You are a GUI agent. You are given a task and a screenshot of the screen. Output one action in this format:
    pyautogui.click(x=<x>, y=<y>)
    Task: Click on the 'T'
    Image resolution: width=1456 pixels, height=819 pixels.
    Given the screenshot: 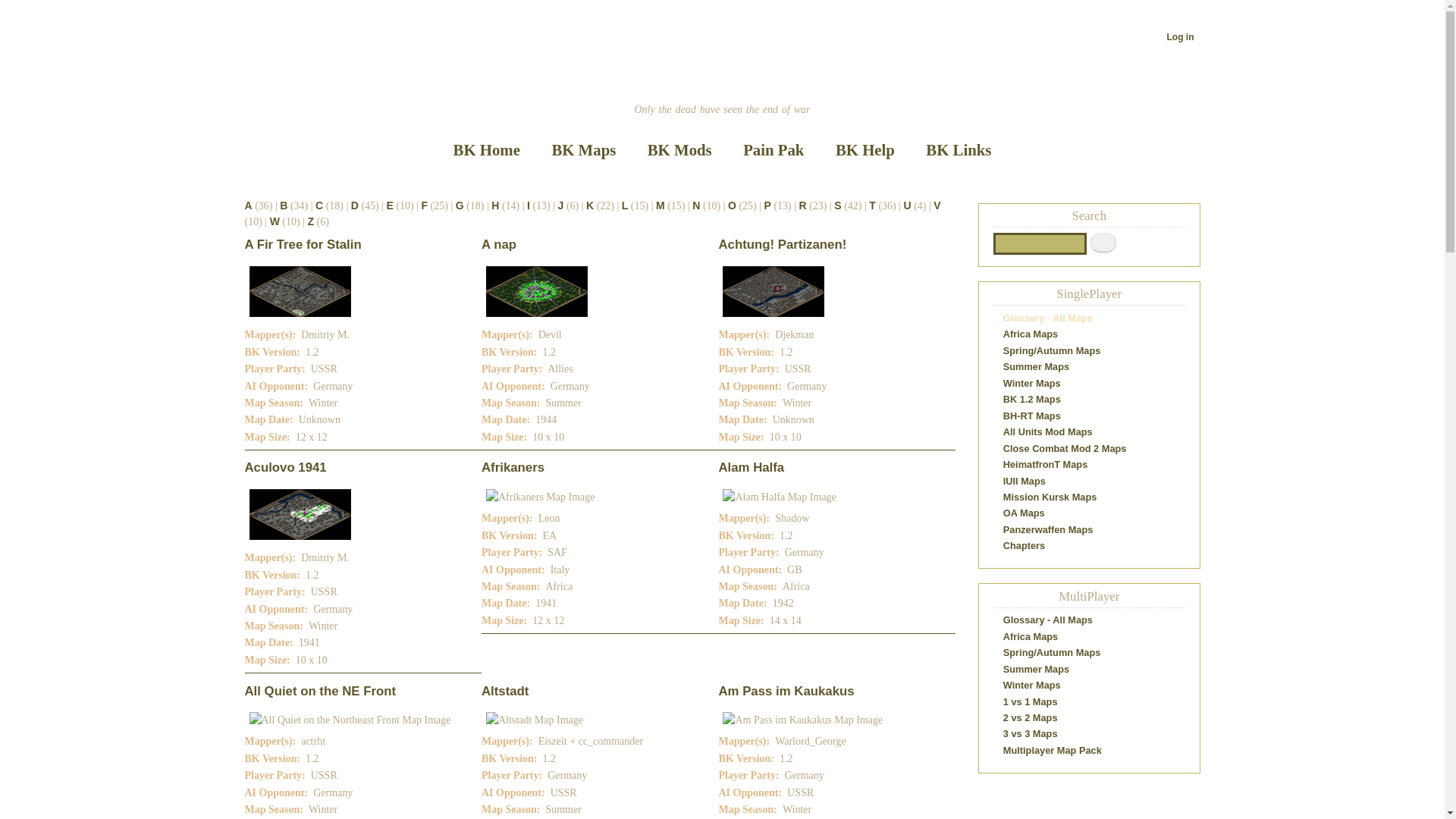 What is the action you would take?
    pyautogui.click(x=872, y=205)
    